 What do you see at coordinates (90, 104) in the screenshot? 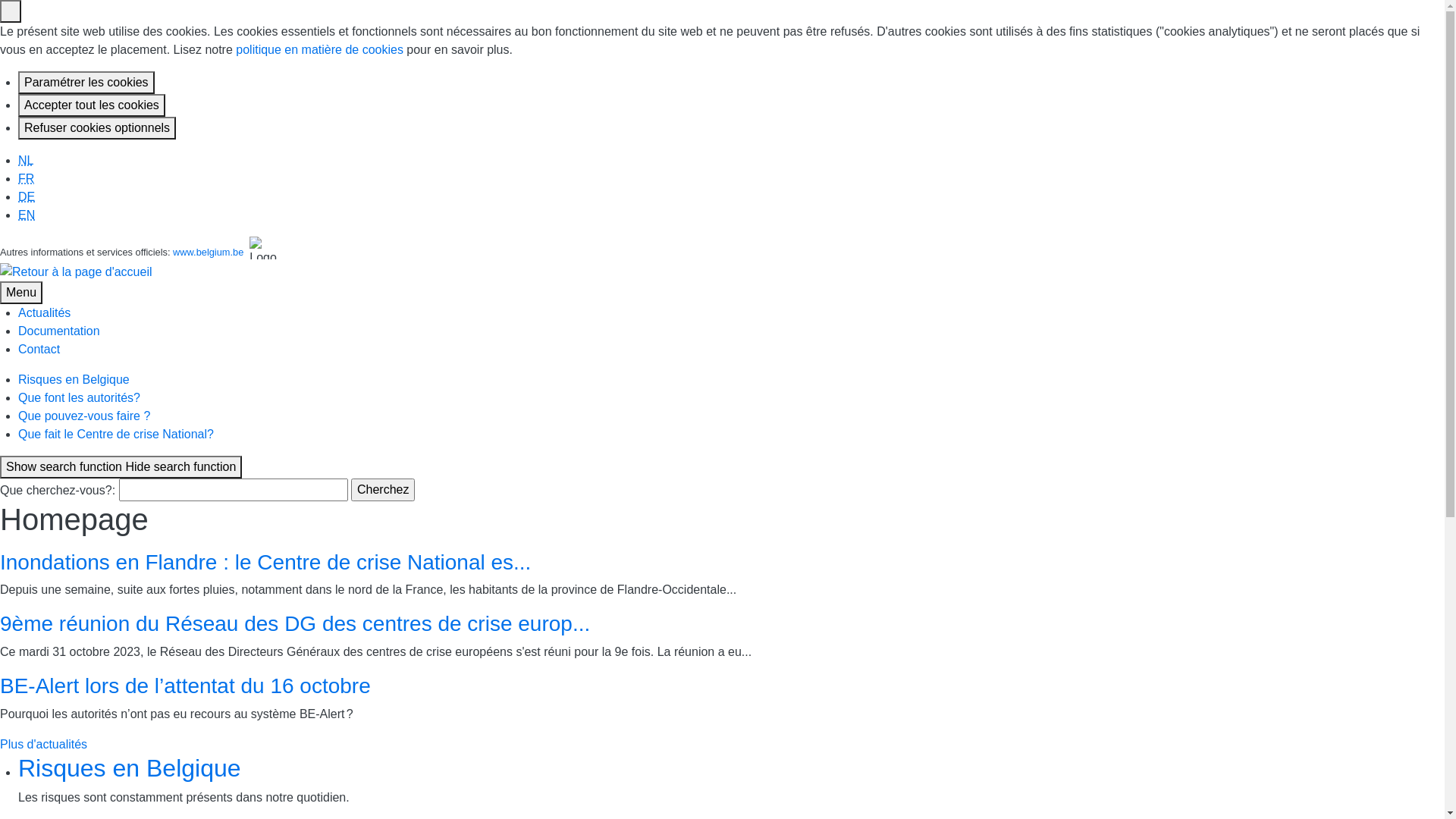
I see `'Accepter tout les cookies'` at bounding box center [90, 104].